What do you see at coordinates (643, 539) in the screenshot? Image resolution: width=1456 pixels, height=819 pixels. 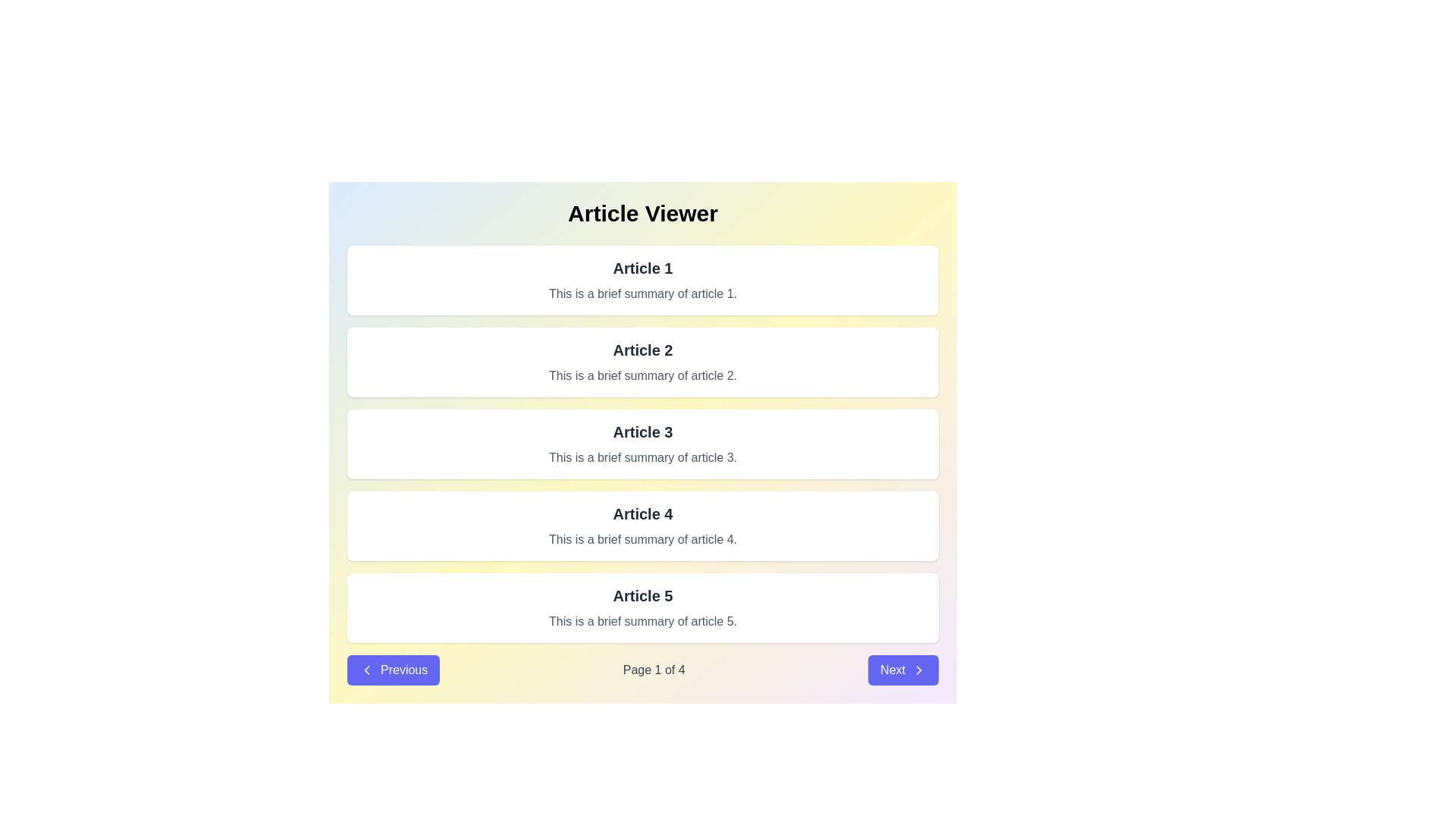 I see `the informational text label that provides a summary of 'Article 4', located within the fourth card from the top in a vertically arranged list` at bounding box center [643, 539].